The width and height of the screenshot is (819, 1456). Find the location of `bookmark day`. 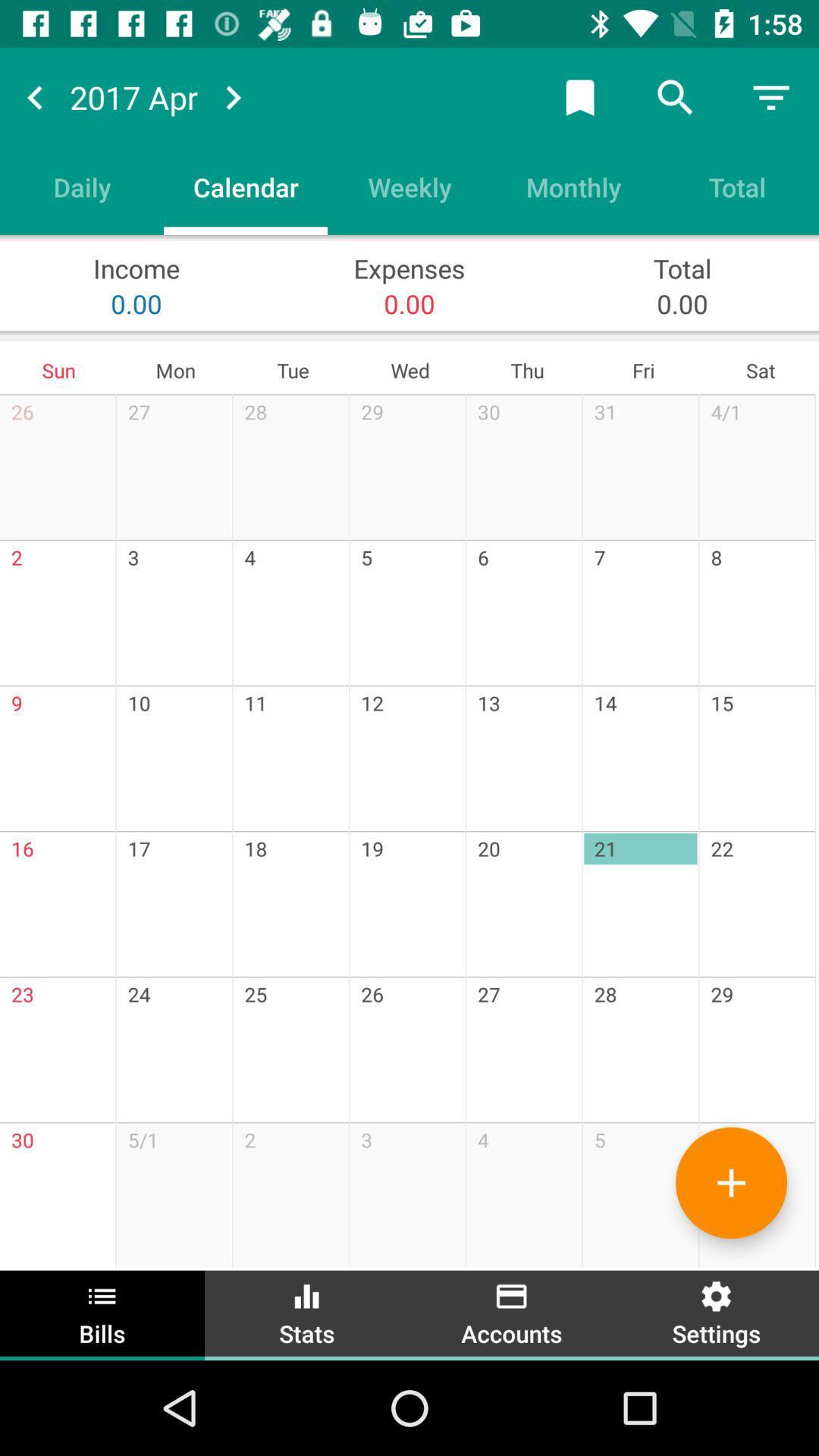

bookmark day is located at coordinates (579, 96).